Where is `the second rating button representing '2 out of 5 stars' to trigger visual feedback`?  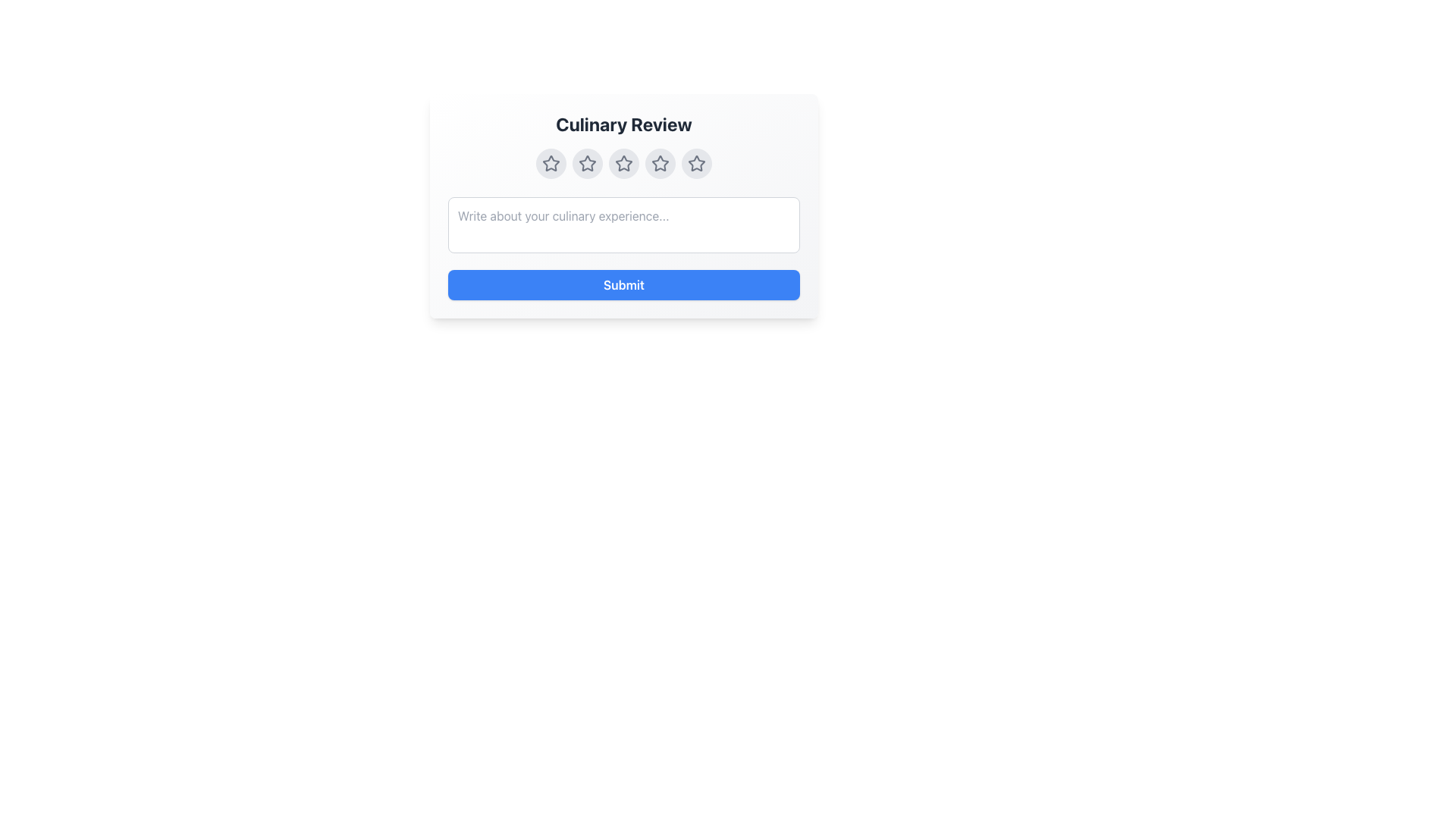
the second rating button representing '2 out of 5 stars' to trigger visual feedback is located at coordinates (586, 164).